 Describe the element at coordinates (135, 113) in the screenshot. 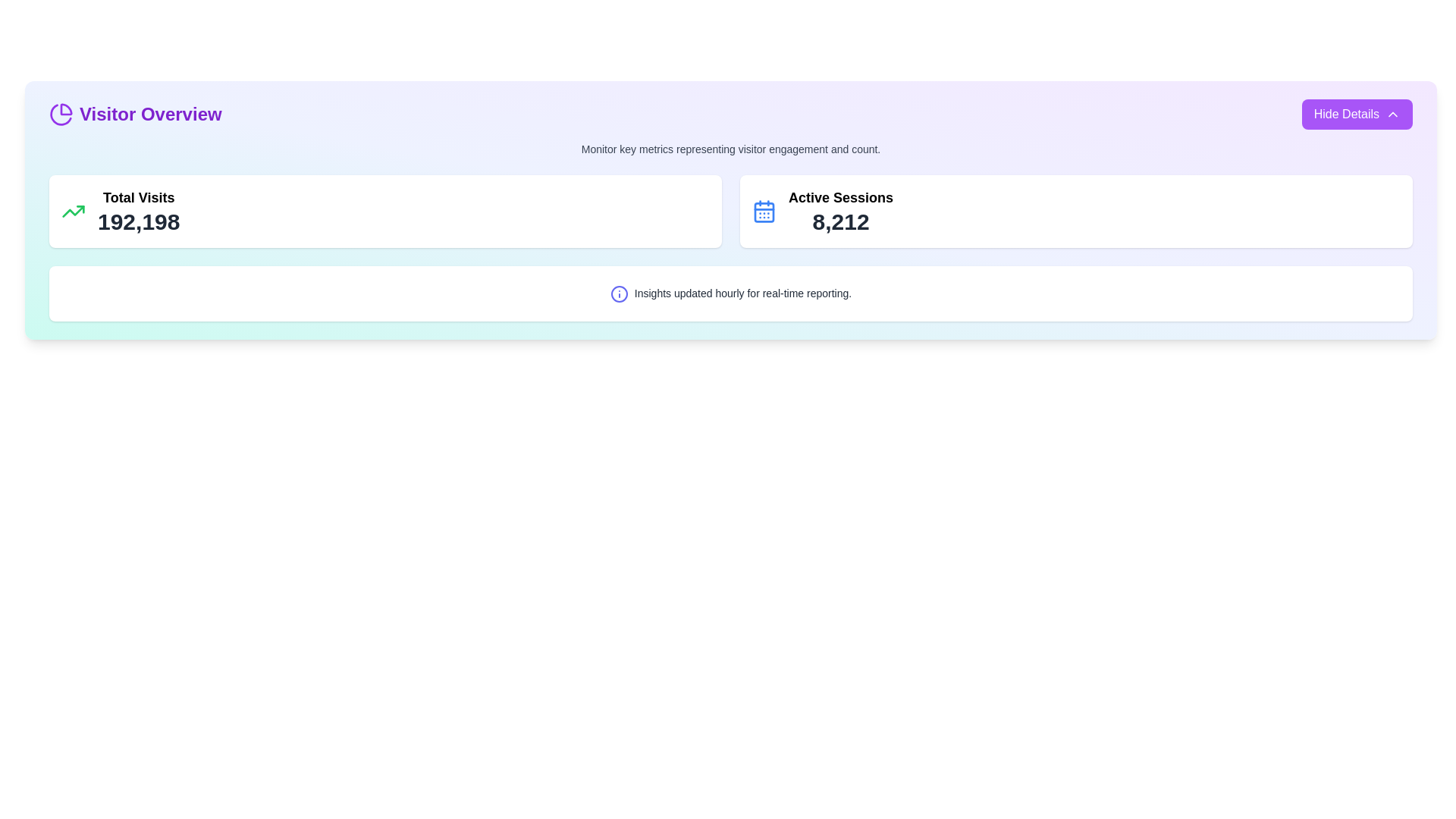

I see `the 'Visitor Overview' text block with a purple pie chart icon located at the top-left corner of the interface` at that location.